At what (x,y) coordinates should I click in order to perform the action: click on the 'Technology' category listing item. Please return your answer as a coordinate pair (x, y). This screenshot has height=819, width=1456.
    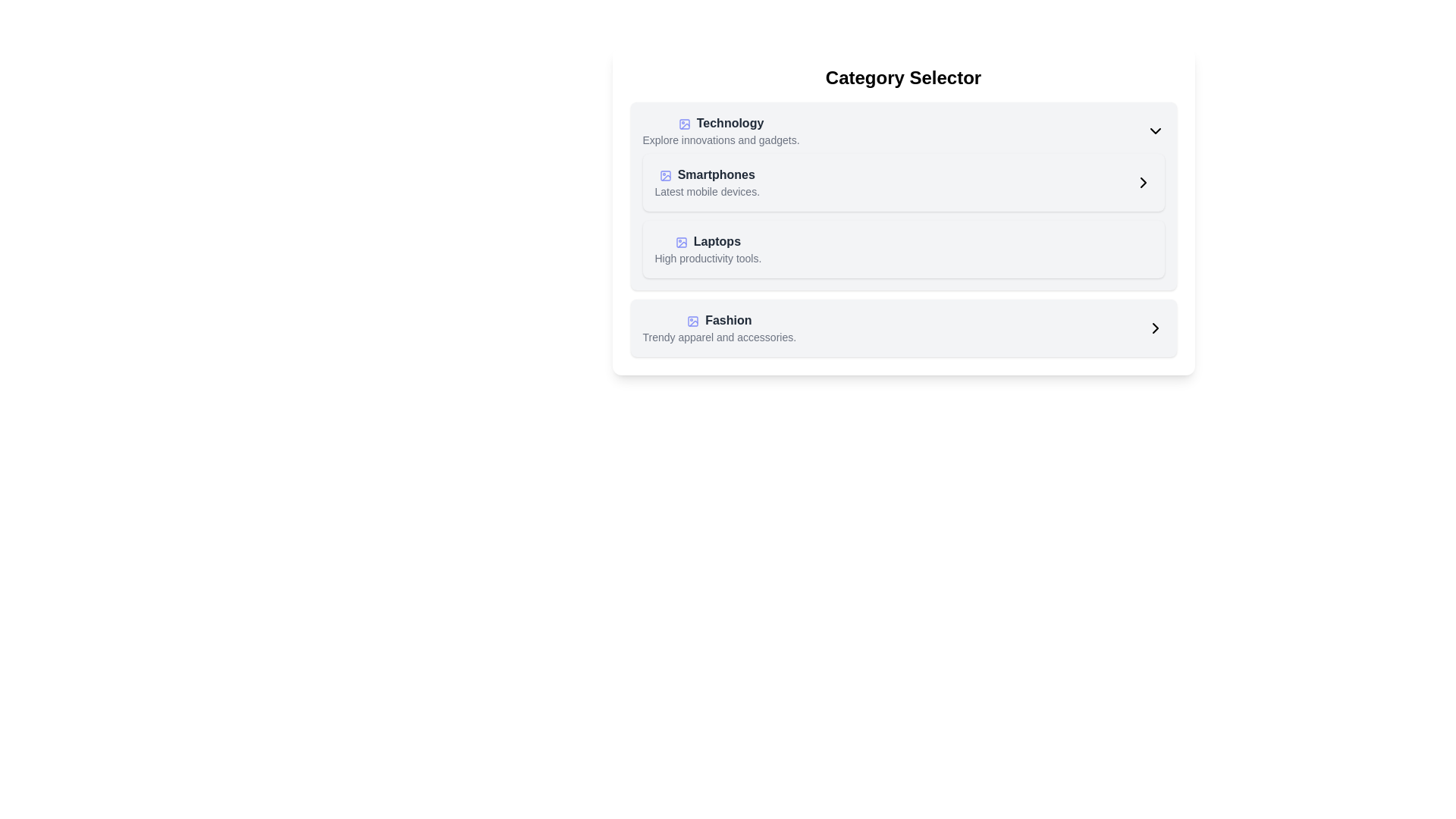
    Looking at the image, I should click on (720, 130).